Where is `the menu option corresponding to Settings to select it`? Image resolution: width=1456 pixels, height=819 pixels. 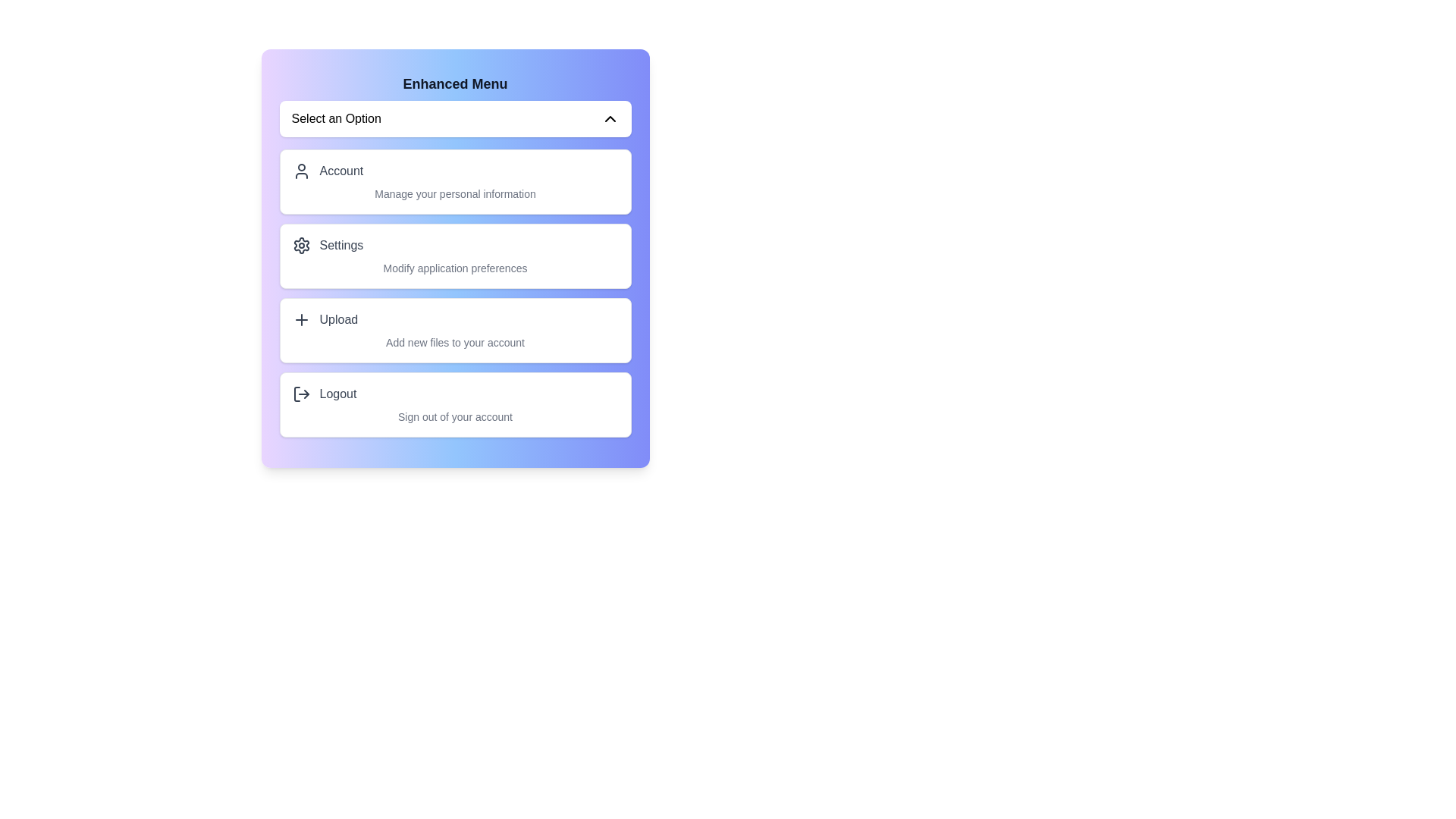
the menu option corresponding to Settings to select it is located at coordinates (454, 256).